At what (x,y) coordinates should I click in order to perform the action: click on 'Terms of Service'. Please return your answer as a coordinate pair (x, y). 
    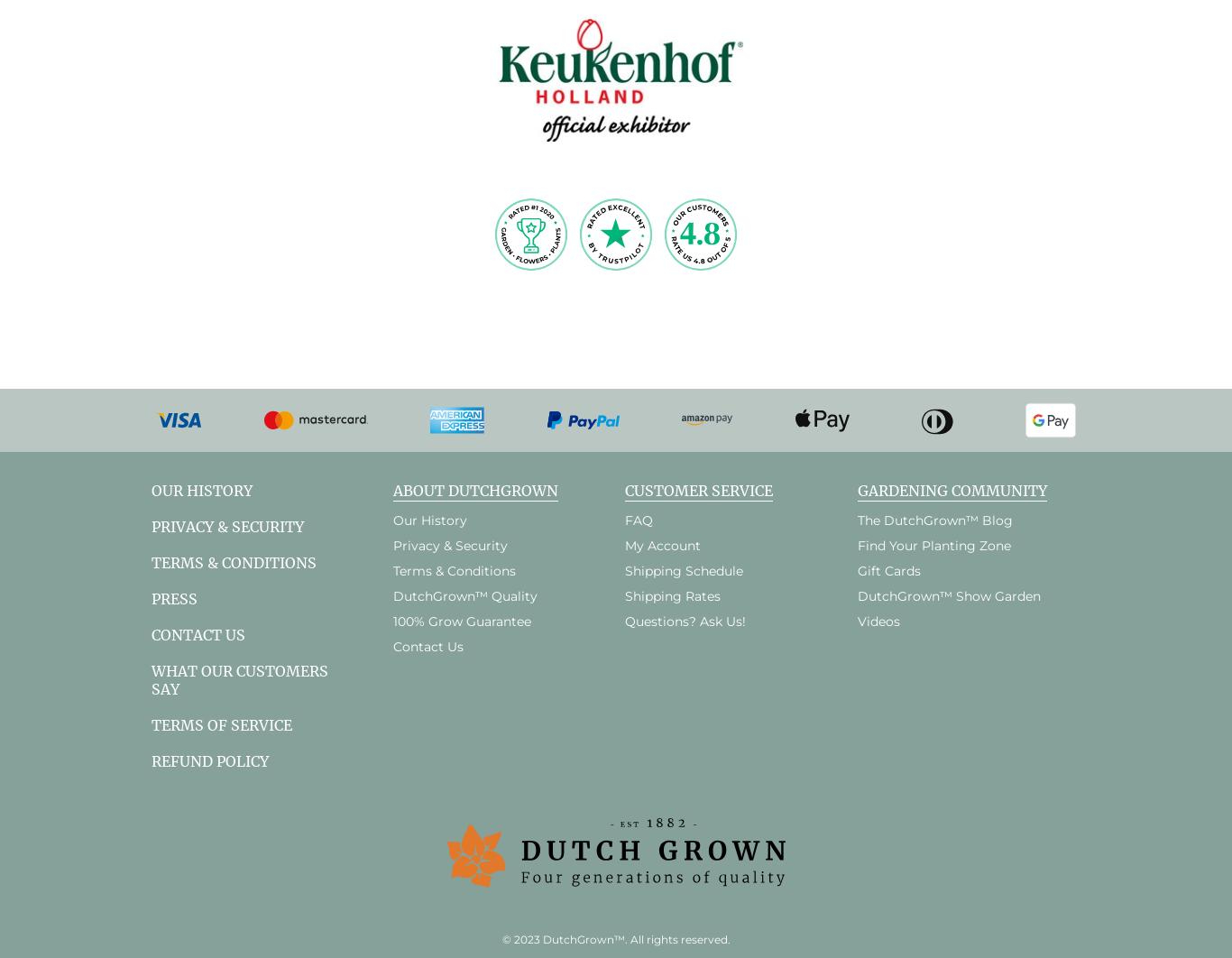
    Looking at the image, I should click on (222, 723).